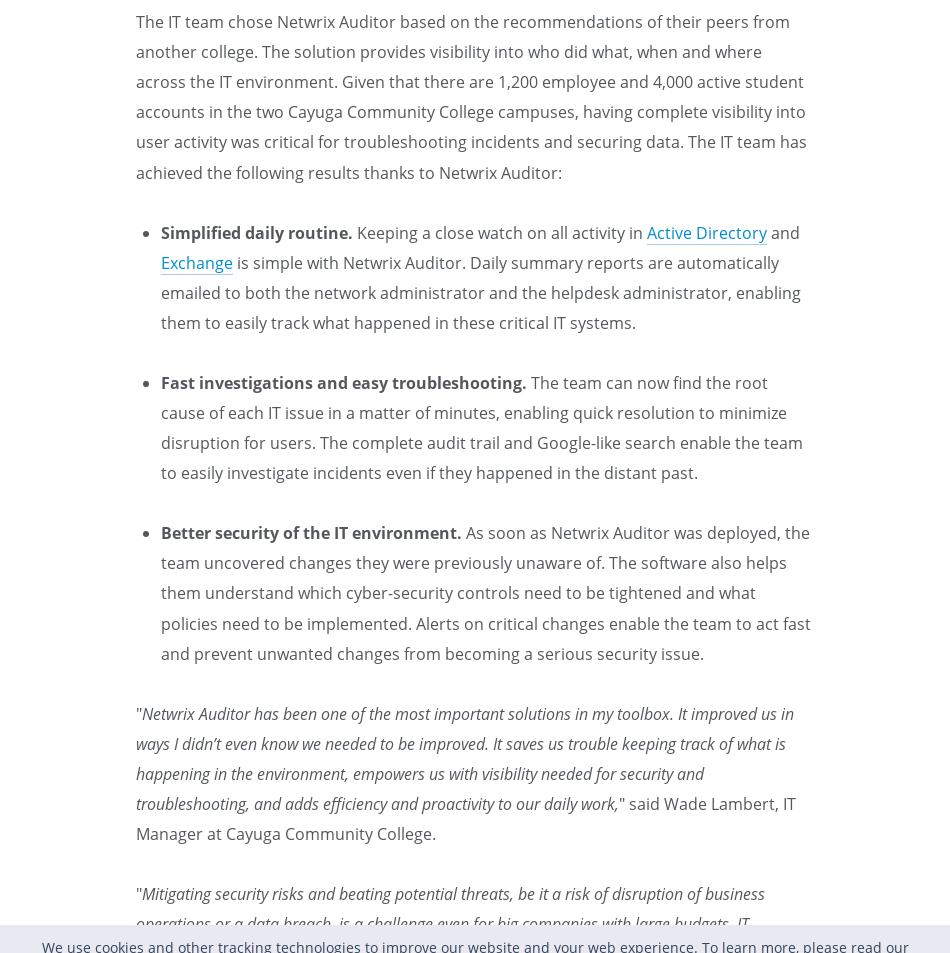 The height and width of the screenshot is (953, 950). Describe the element at coordinates (464, 758) in the screenshot. I see `'Netwrix Auditor has been one of the most important solutions in my toolbox. It improved us in ways I didn’t even know we needed to be improved. It saves us trouble keeping track of what is happening in the environment, empowers us with visibility needed for security and troubleshooting, and adds efficiency and proactivity to our daily work,'` at that location.